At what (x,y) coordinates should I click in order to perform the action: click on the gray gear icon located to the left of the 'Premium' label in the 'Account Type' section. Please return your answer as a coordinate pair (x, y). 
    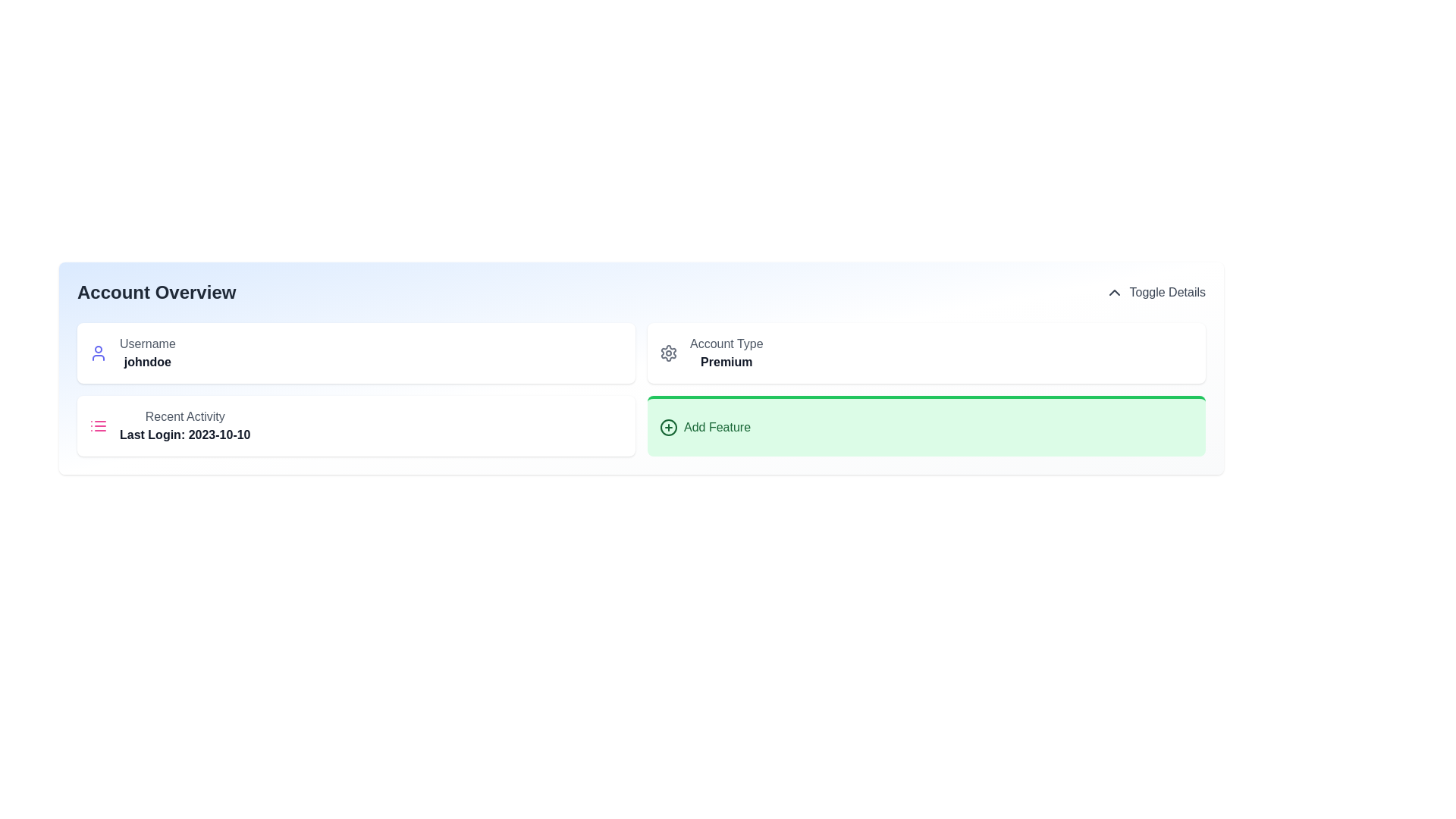
    Looking at the image, I should click on (668, 353).